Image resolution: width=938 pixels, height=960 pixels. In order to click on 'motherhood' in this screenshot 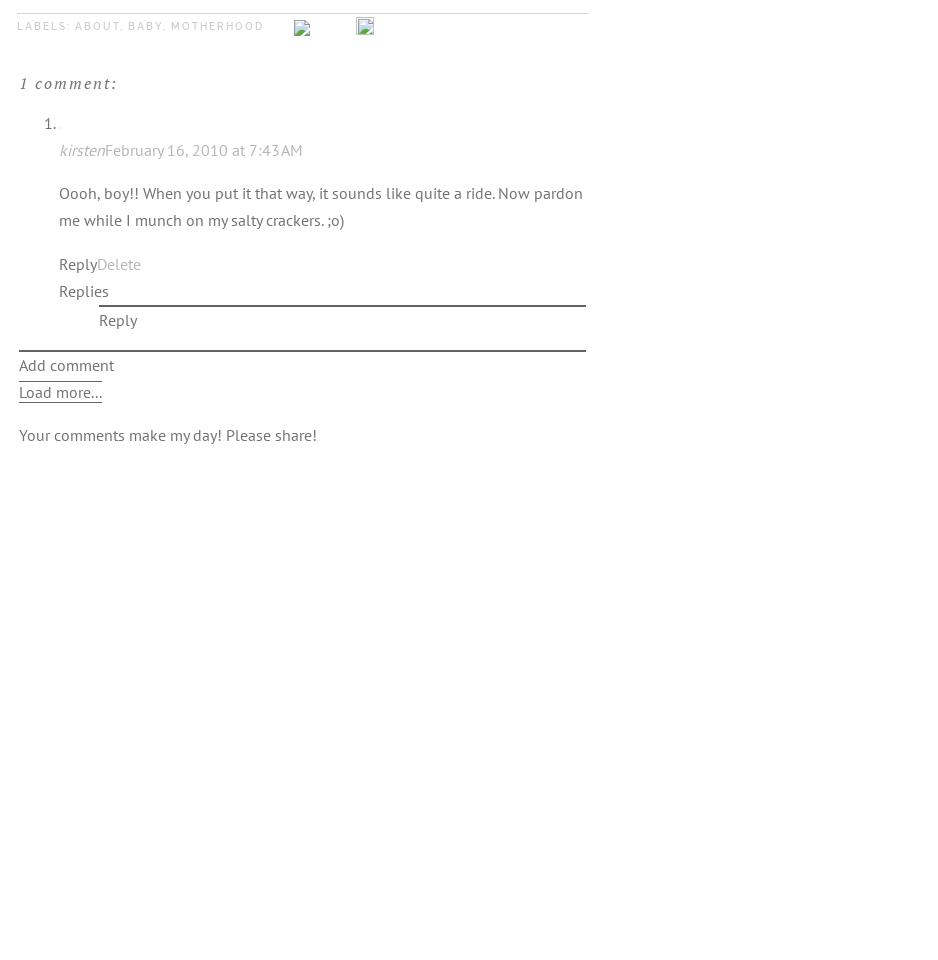, I will do `click(217, 24)`.